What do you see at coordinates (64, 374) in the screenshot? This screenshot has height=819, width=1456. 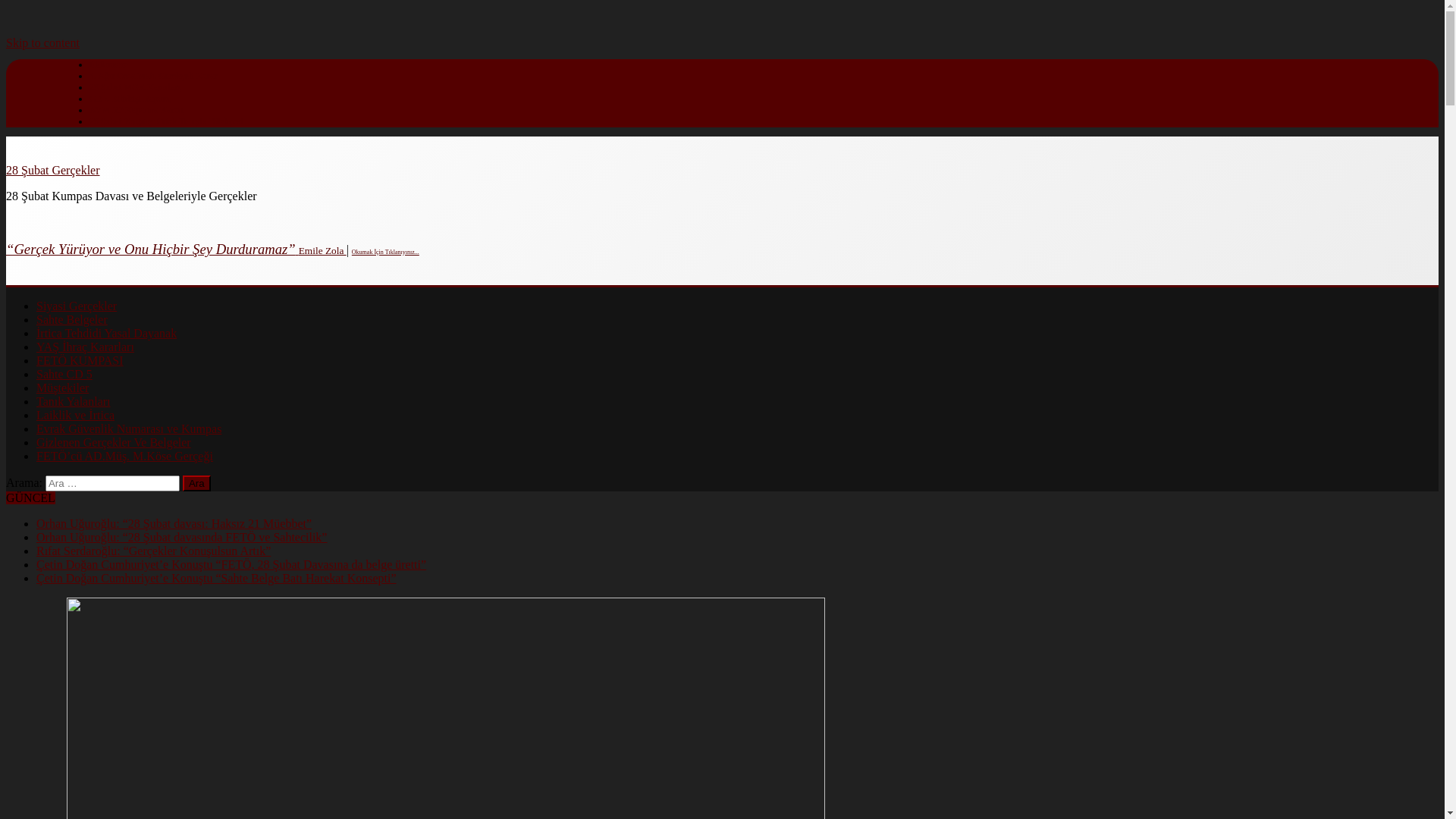 I see `'Sahte CD 5'` at bounding box center [64, 374].